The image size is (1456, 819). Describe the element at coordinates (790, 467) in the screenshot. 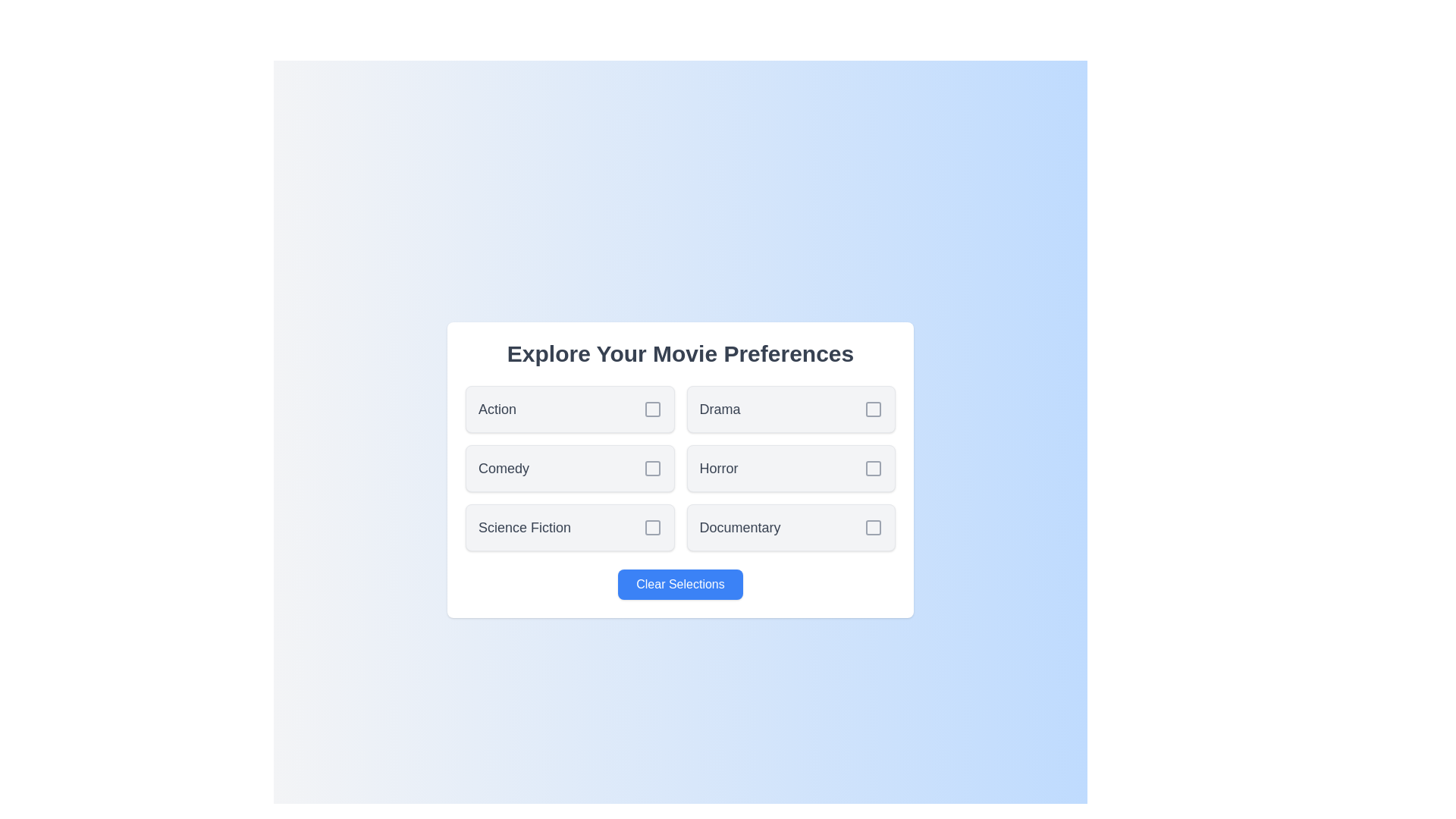

I see `the genre Horror` at that location.